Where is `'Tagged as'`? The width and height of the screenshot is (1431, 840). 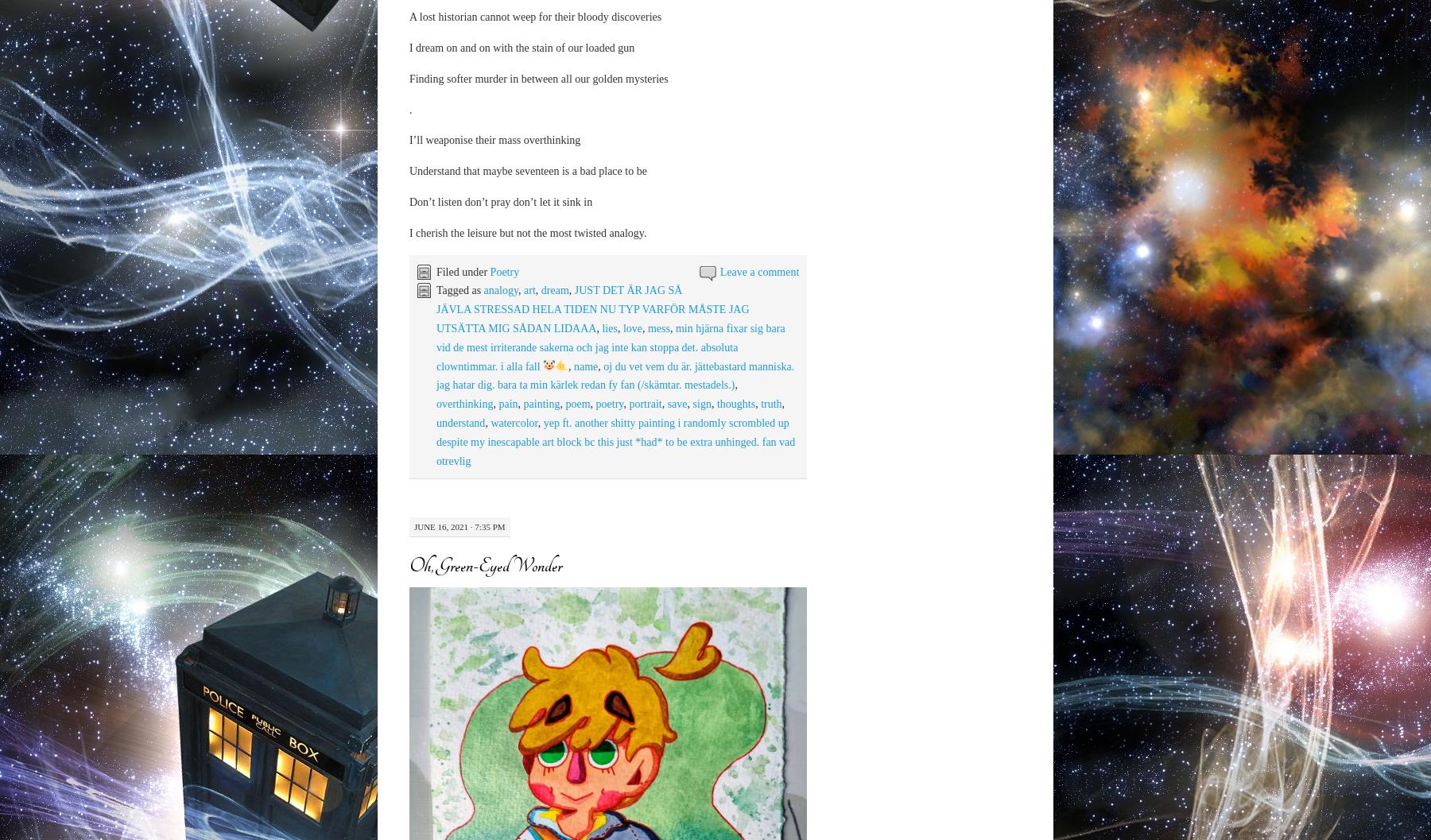
'Tagged as' is located at coordinates (434, 290).